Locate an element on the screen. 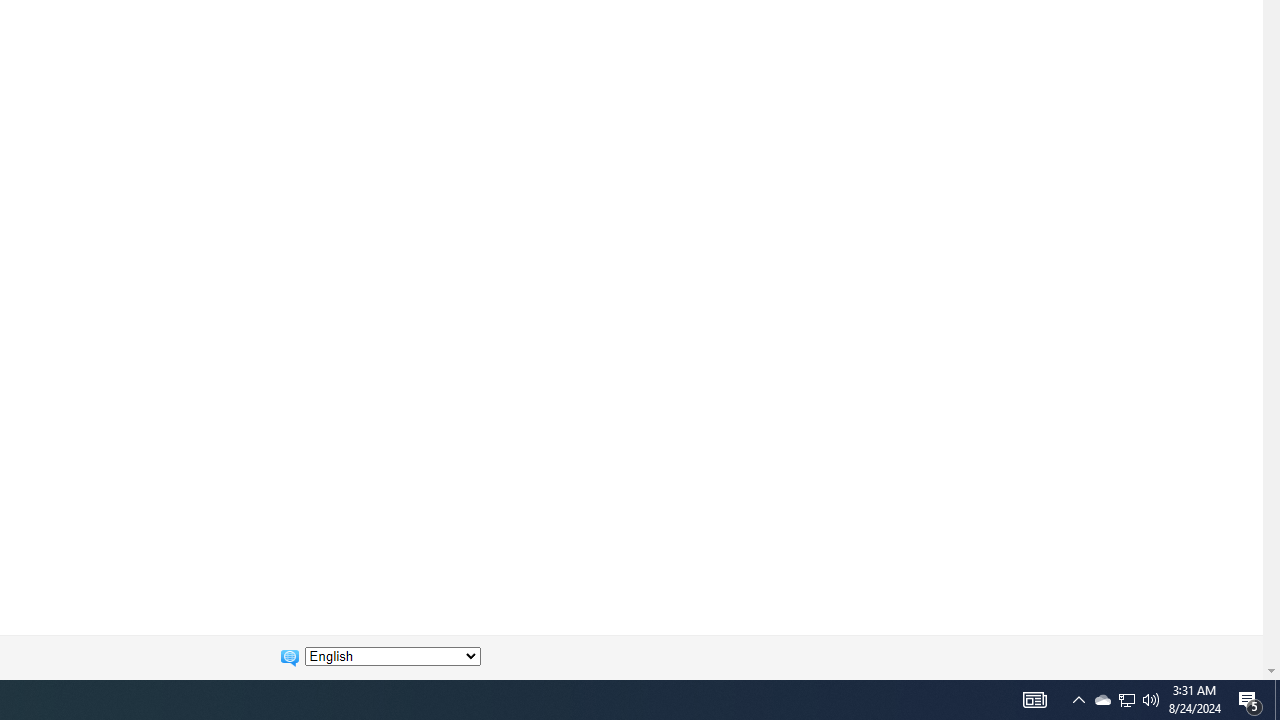 The height and width of the screenshot is (720, 1280). 'Change language:' is located at coordinates (392, 656).